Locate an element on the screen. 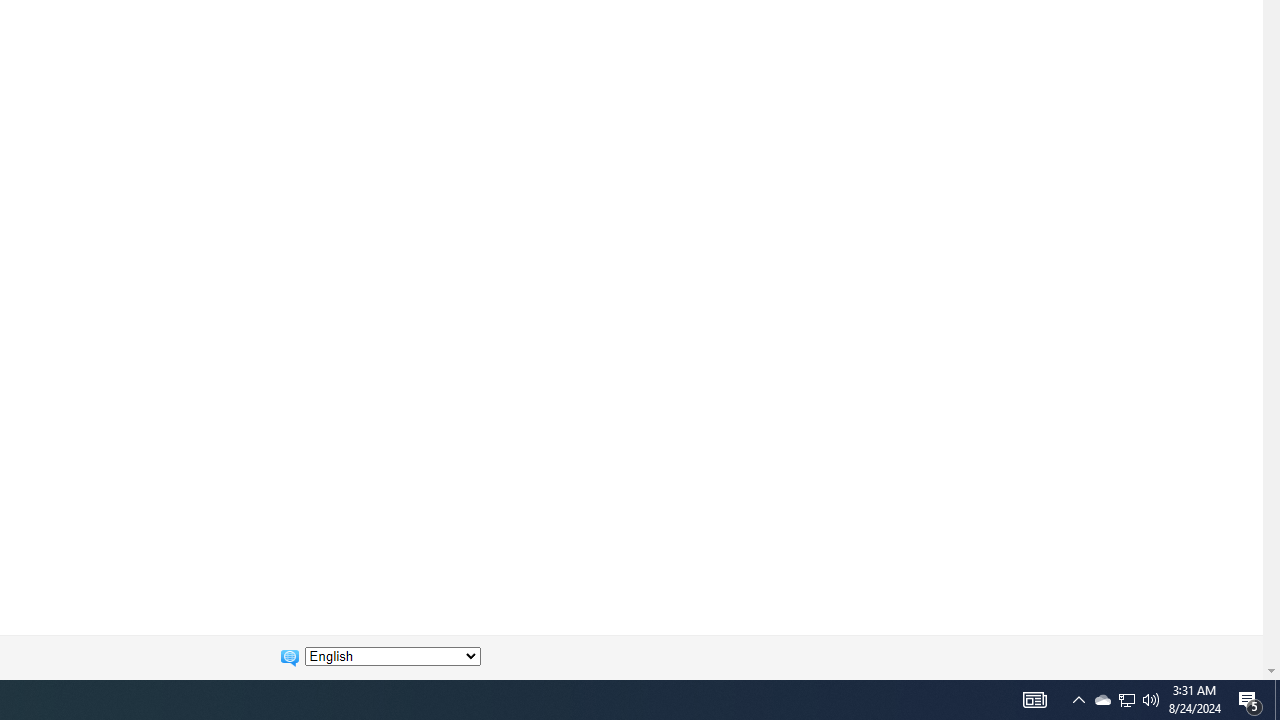 The height and width of the screenshot is (720, 1280). 'Change language:' is located at coordinates (392, 656).